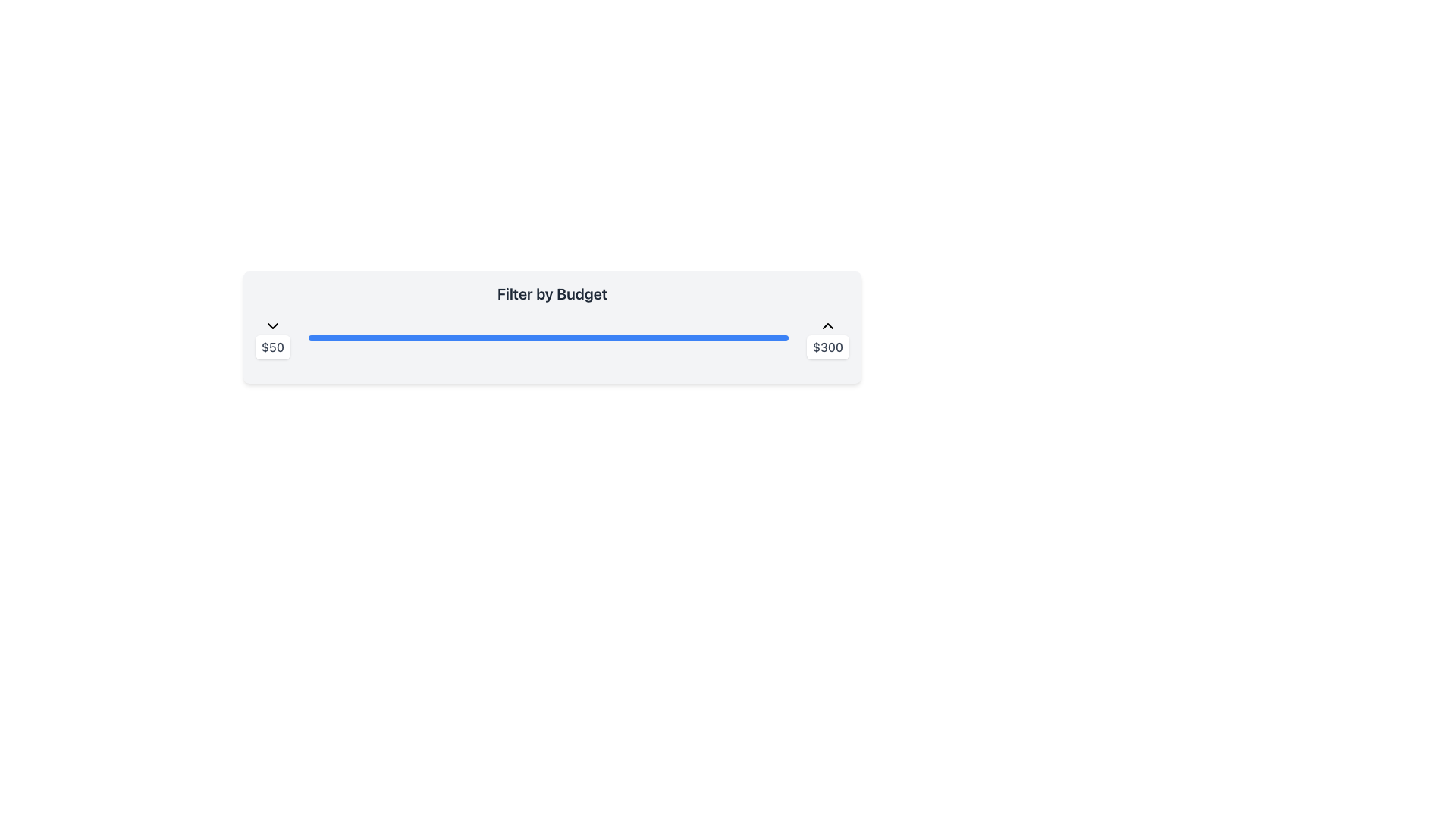 The height and width of the screenshot is (819, 1456). I want to click on the value of the slider, so click(621, 337).